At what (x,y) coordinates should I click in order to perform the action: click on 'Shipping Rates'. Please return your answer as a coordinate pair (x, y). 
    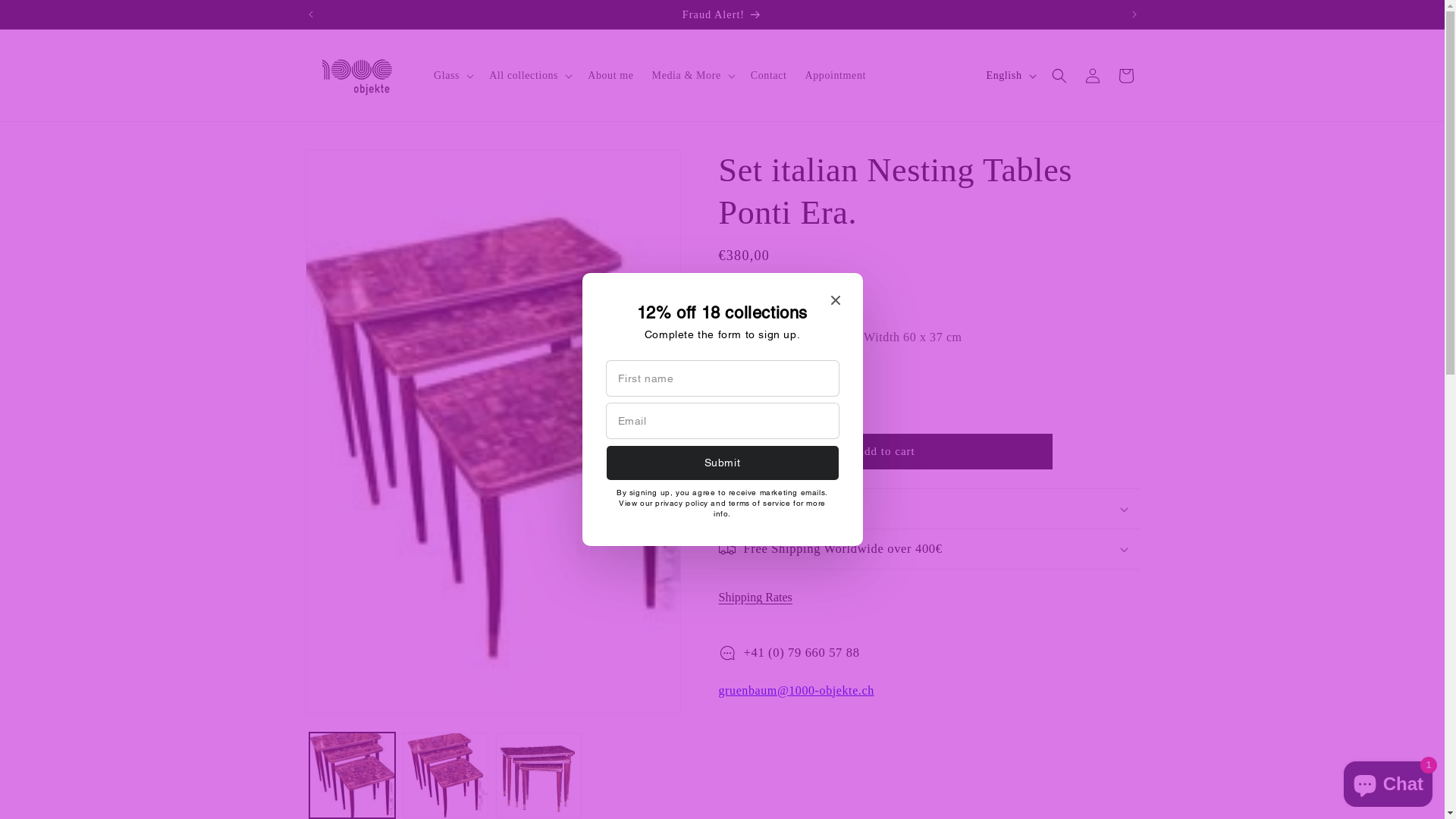
    Looking at the image, I should click on (761, 596).